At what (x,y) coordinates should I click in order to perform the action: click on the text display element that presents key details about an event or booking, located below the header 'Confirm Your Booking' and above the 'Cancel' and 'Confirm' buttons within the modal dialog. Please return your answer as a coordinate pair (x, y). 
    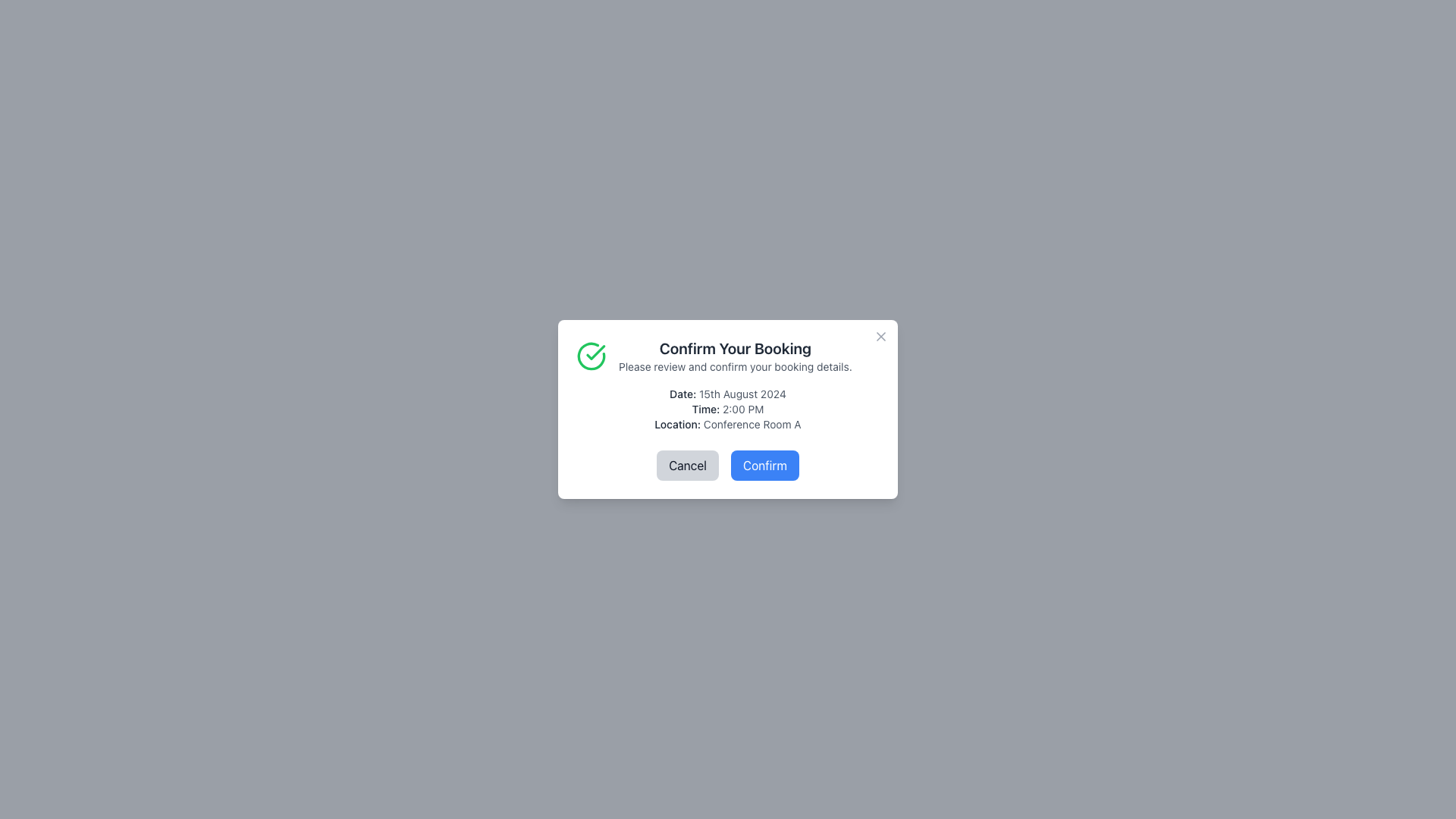
    Looking at the image, I should click on (728, 409).